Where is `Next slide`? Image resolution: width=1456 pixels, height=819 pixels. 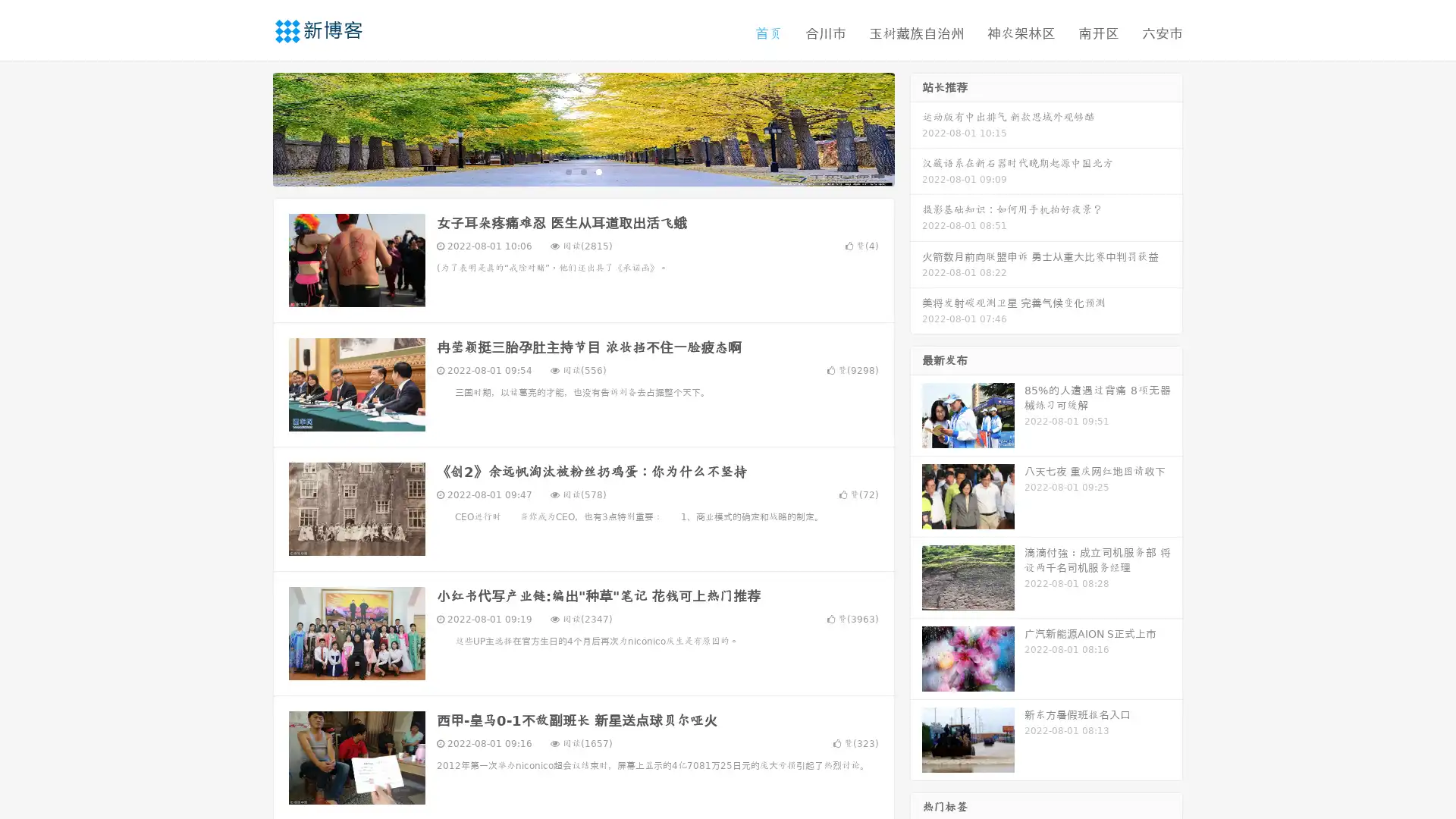 Next slide is located at coordinates (916, 127).